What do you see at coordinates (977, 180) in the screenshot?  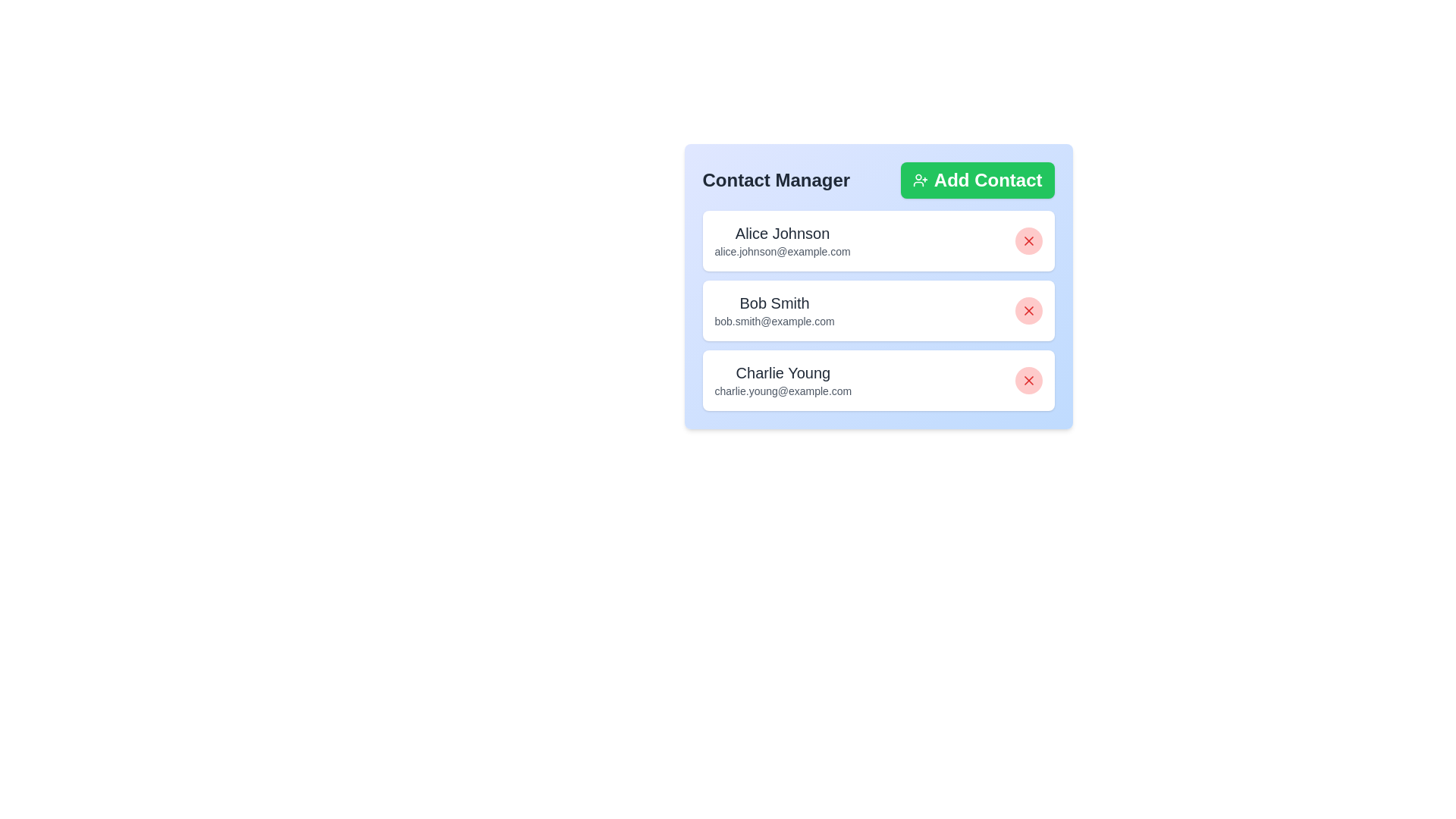 I see `the 'Add Contact' button to initiate the process of adding a new contact` at bounding box center [977, 180].